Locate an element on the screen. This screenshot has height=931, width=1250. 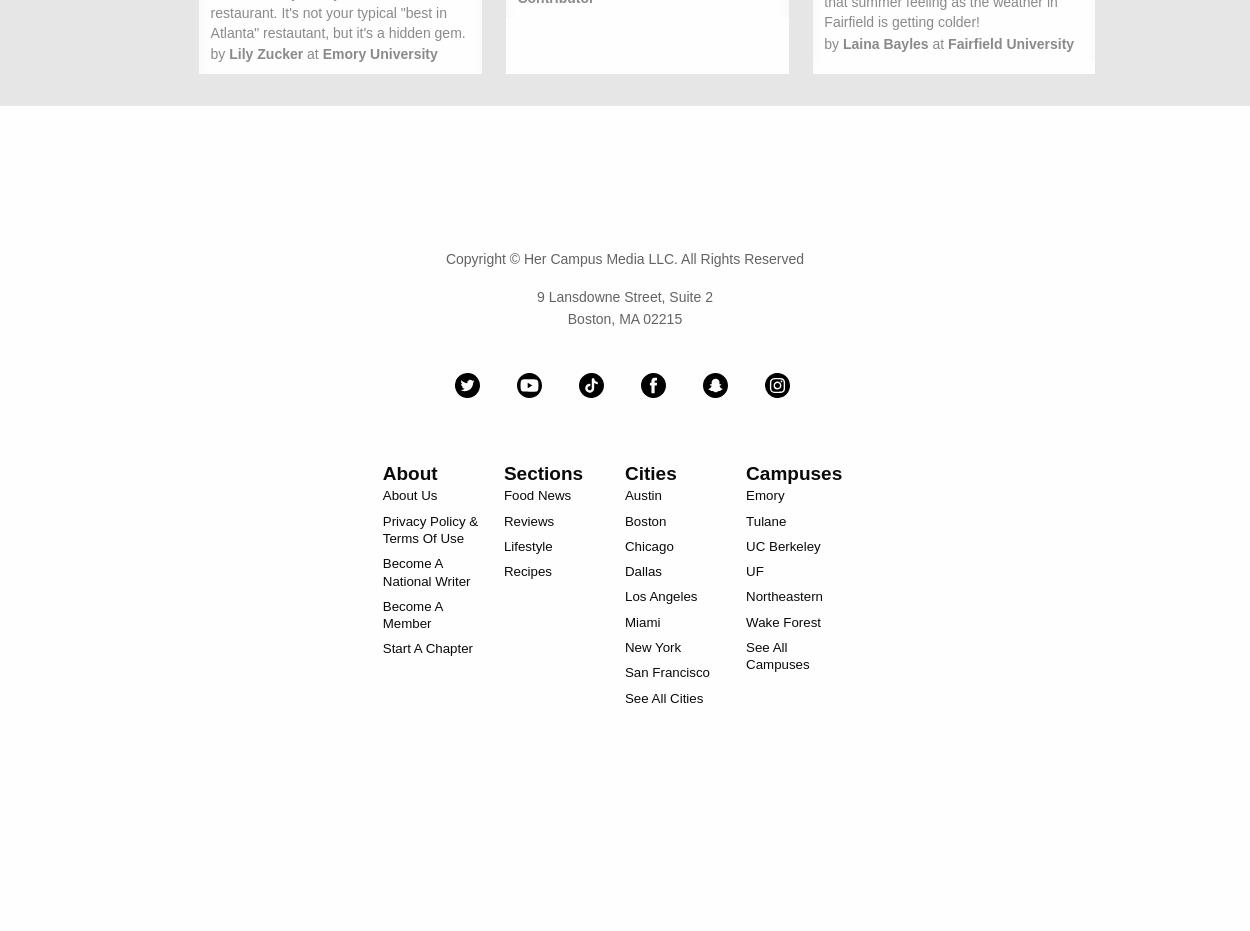
'Northeastern' is located at coordinates (784, 595).